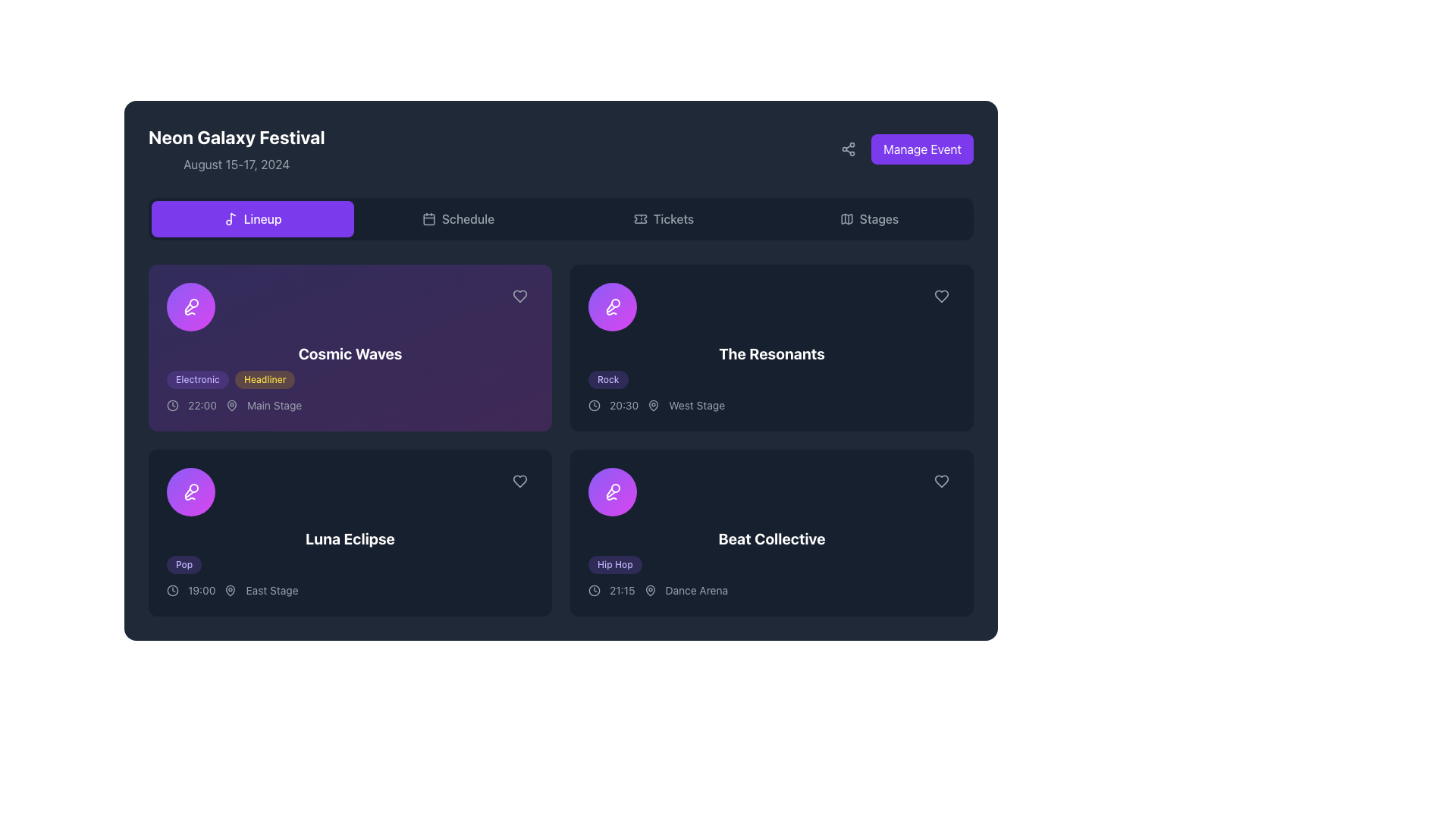 The width and height of the screenshot is (1456, 819). Describe the element at coordinates (904, 149) in the screenshot. I see `the button located in the top-right corner of the interface, adjacent to the sharing icon, to manage the event for 'Neon Galaxy Festival.'` at that location.